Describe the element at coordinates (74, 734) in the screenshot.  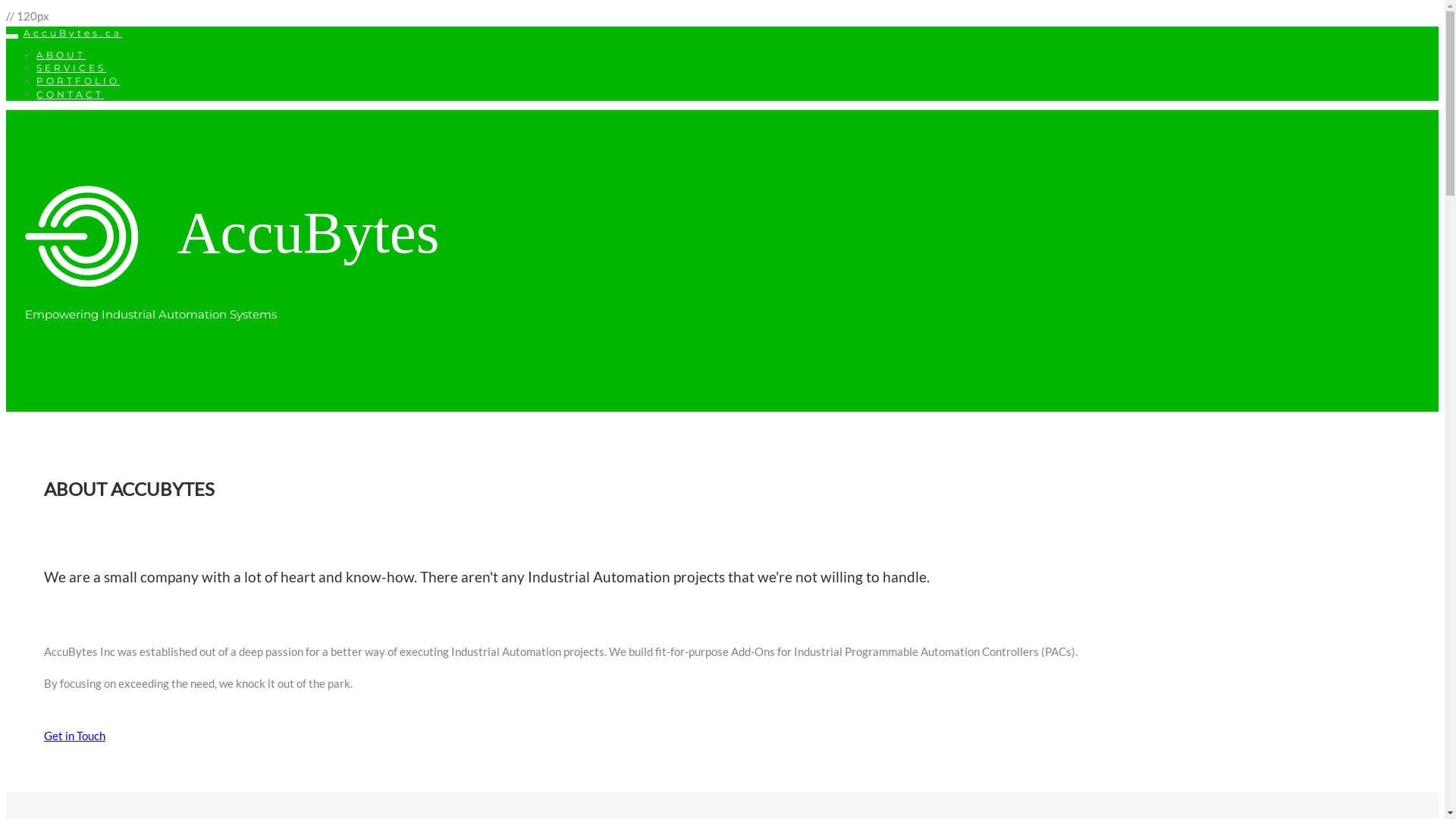
I see `'Get in Touch'` at that location.